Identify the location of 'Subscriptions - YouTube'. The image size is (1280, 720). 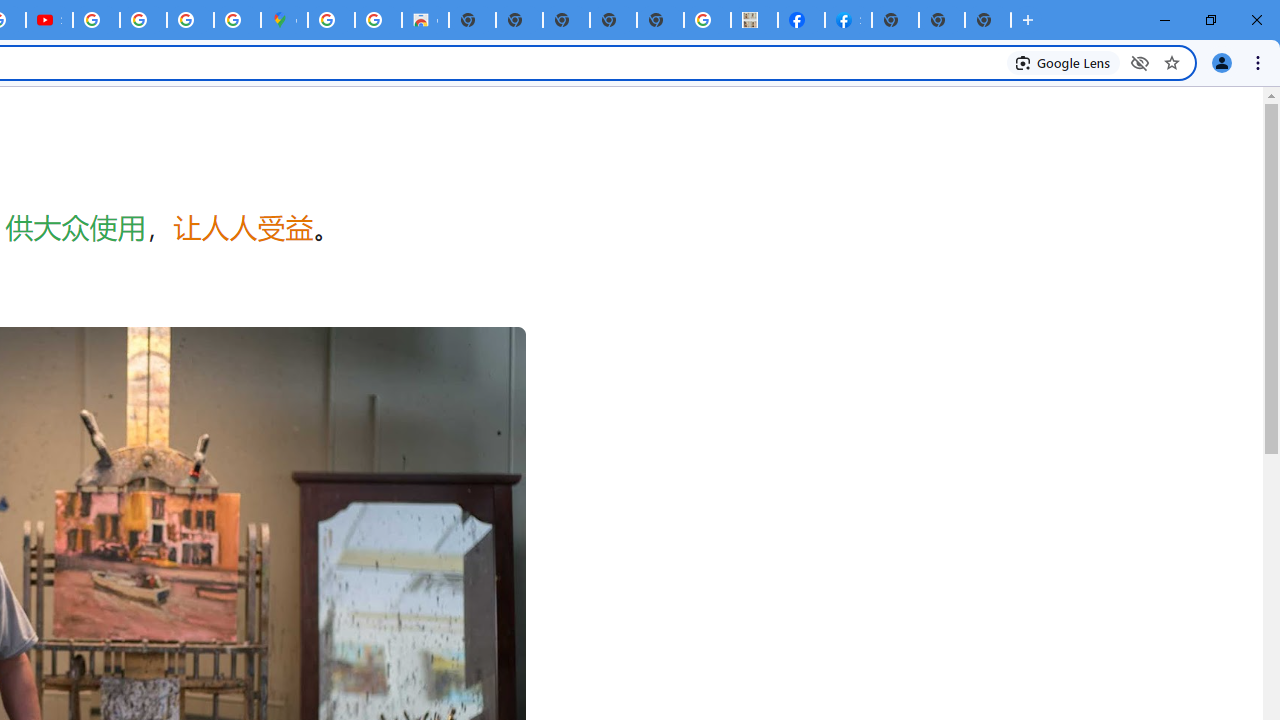
(49, 20).